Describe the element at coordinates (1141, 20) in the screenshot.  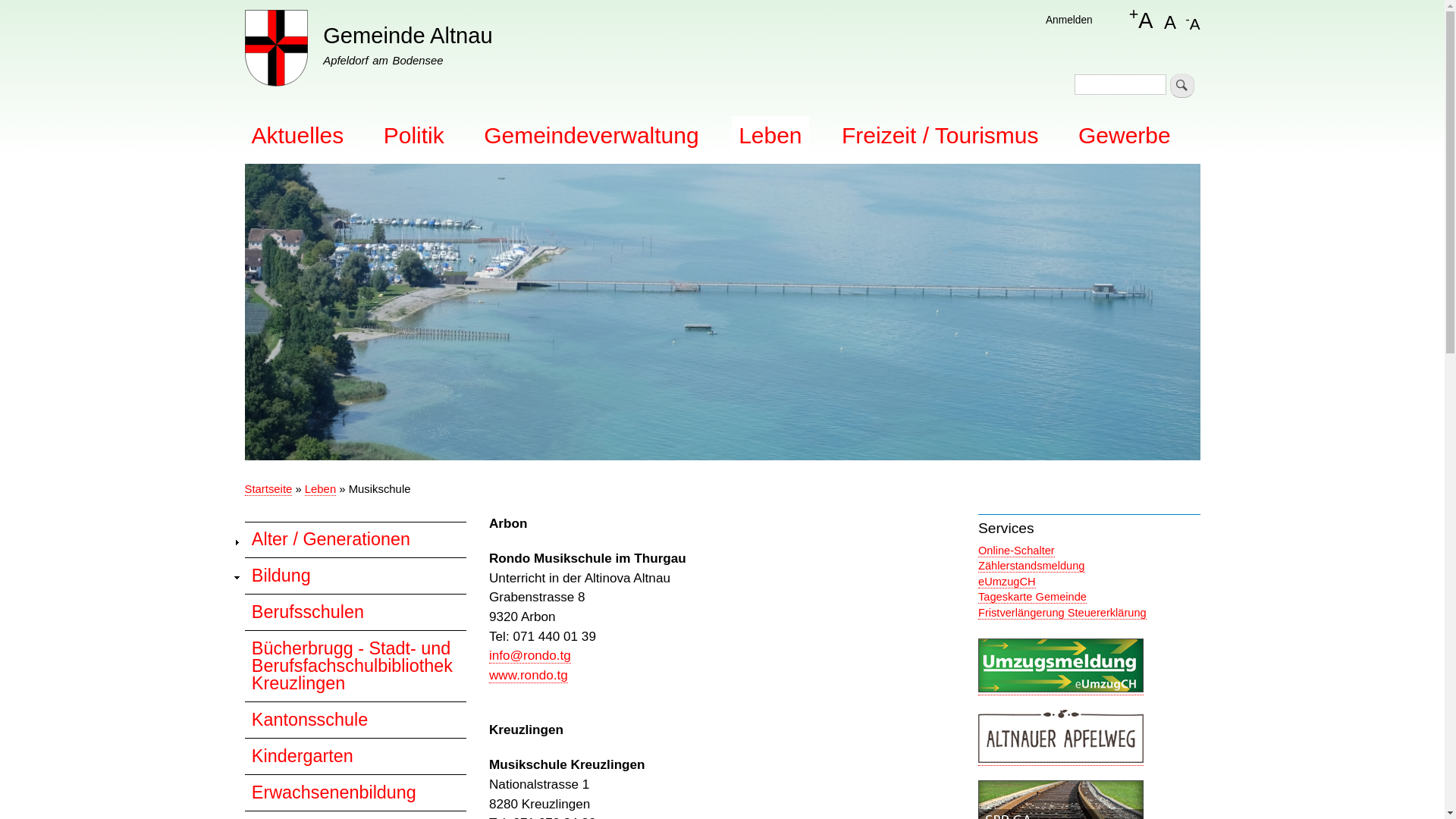
I see `'+A'` at that location.